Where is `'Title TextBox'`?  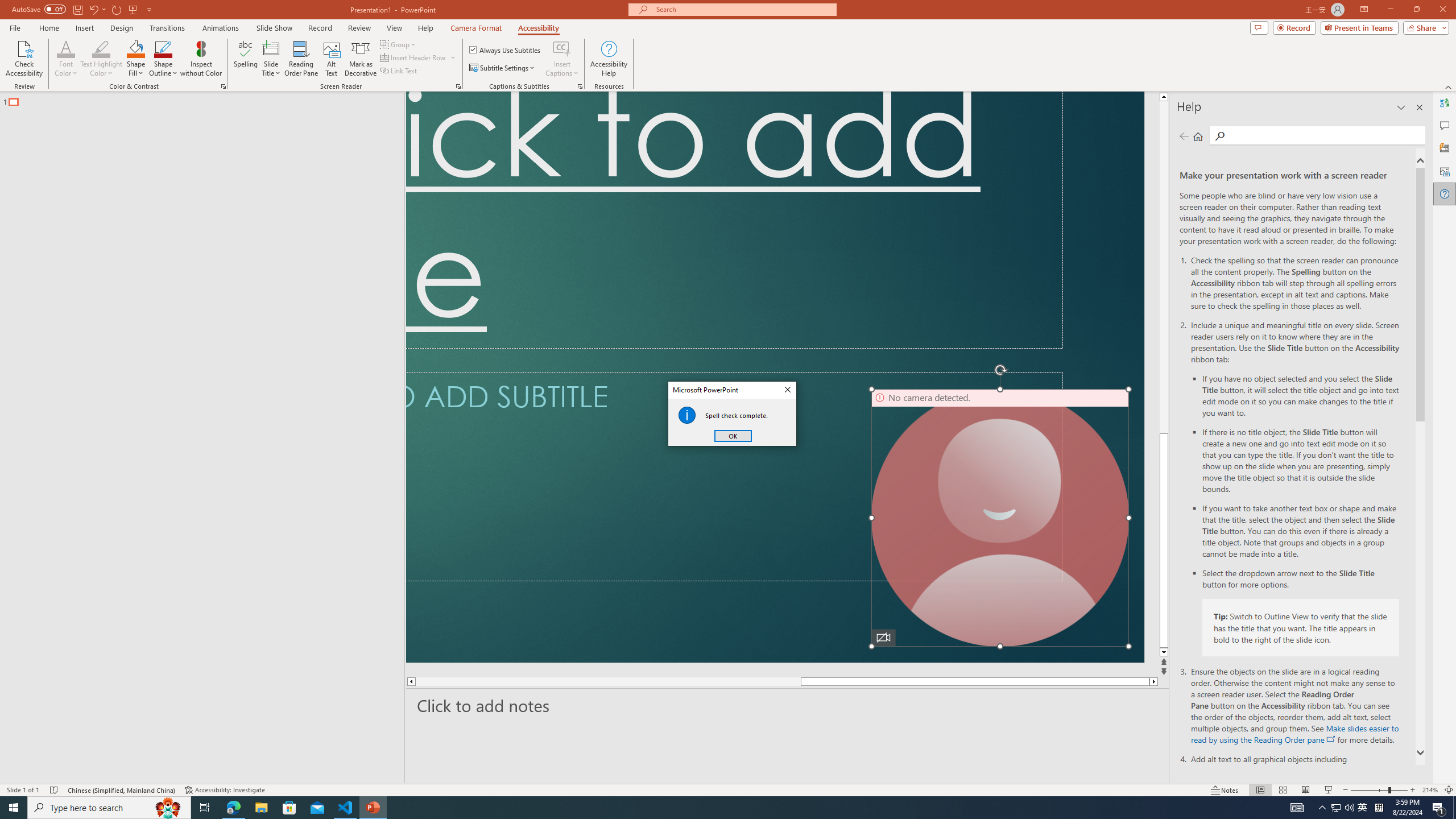
'Title TextBox' is located at coordinates (734, 220).